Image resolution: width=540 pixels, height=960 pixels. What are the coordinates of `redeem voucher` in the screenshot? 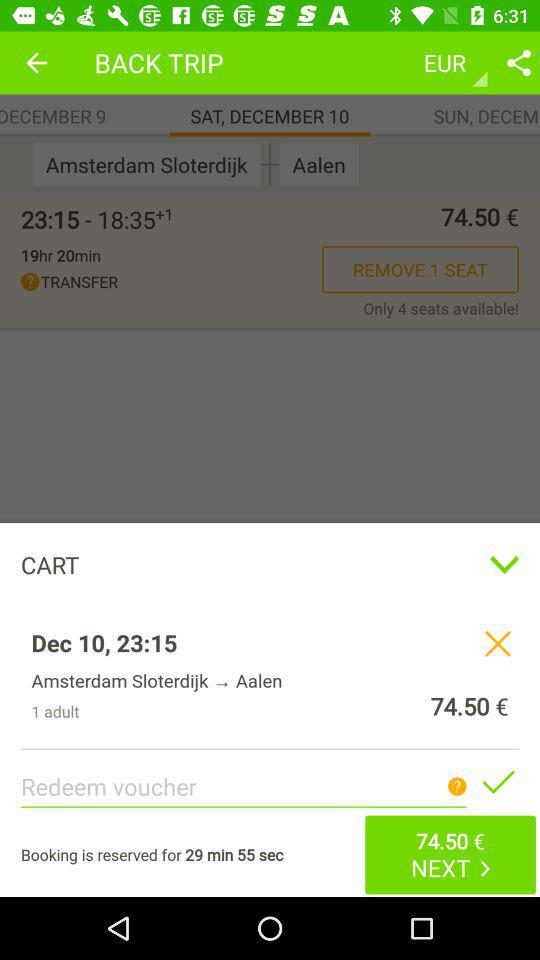 It's located at (496, 781).